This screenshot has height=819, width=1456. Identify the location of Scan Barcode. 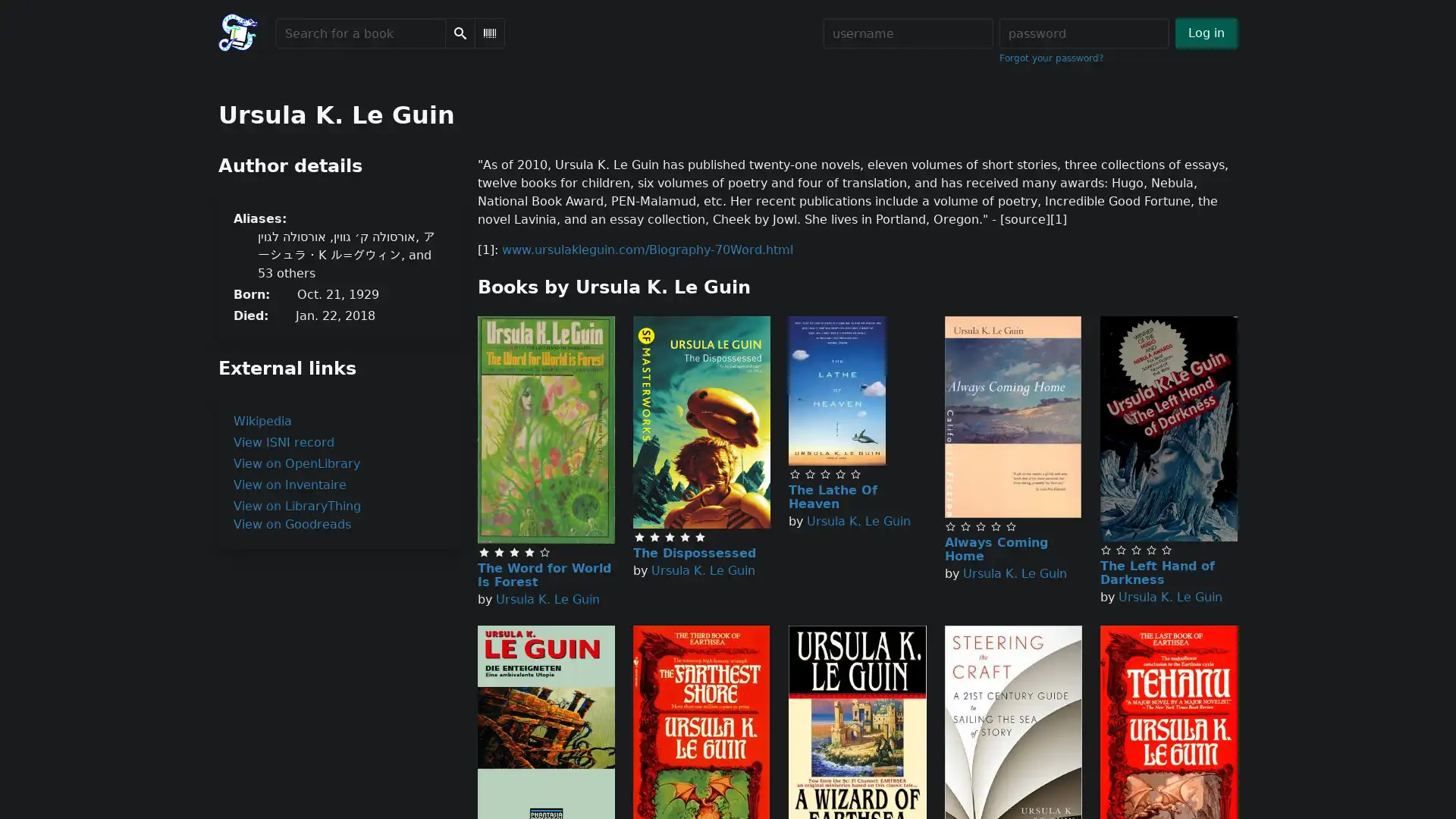
(490, 33).